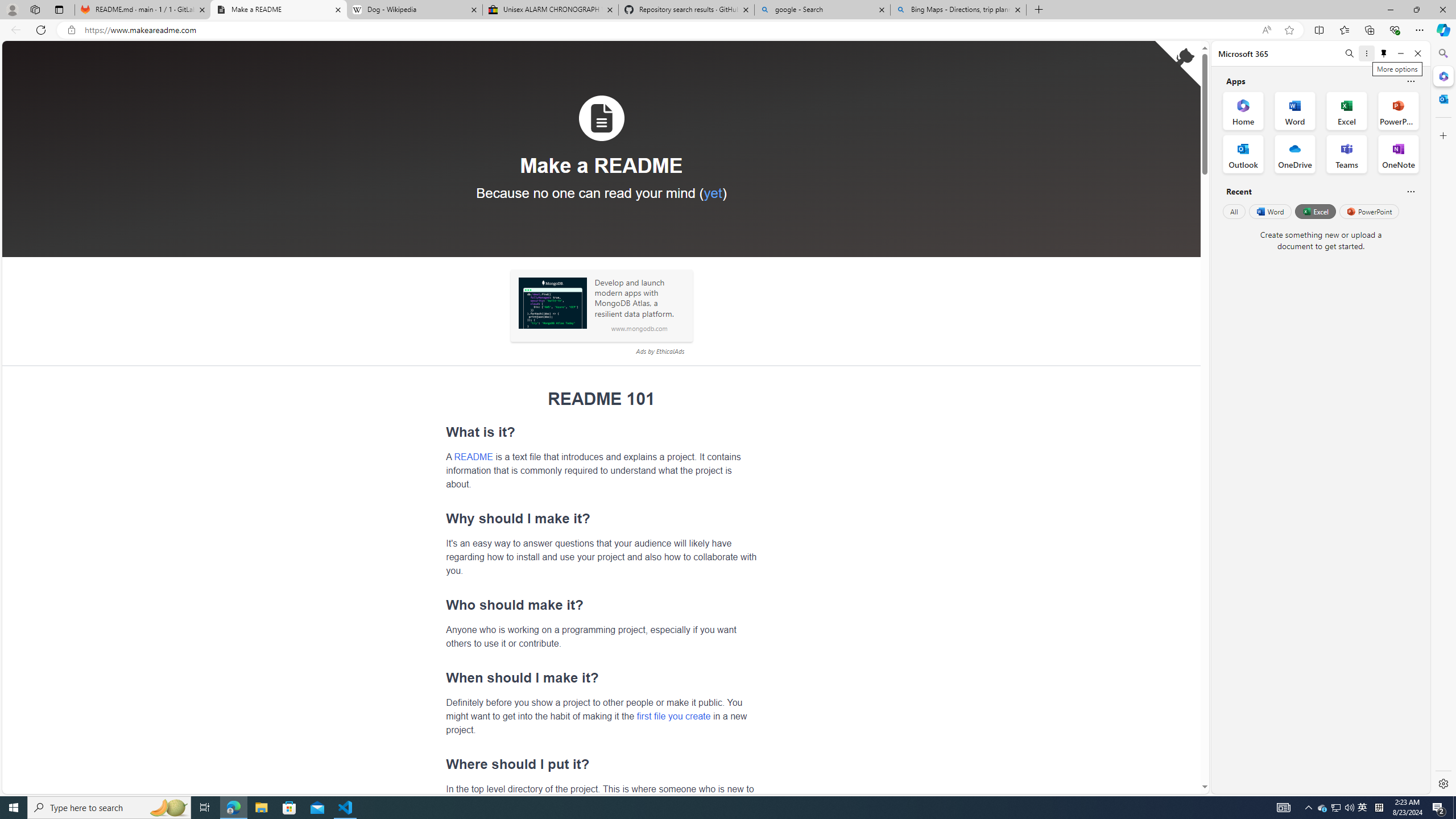 The image size is (1456, 819). Describe the element at coordinates (1347, 154) in the screenshot. I see `'Teams Office App'` at that location.